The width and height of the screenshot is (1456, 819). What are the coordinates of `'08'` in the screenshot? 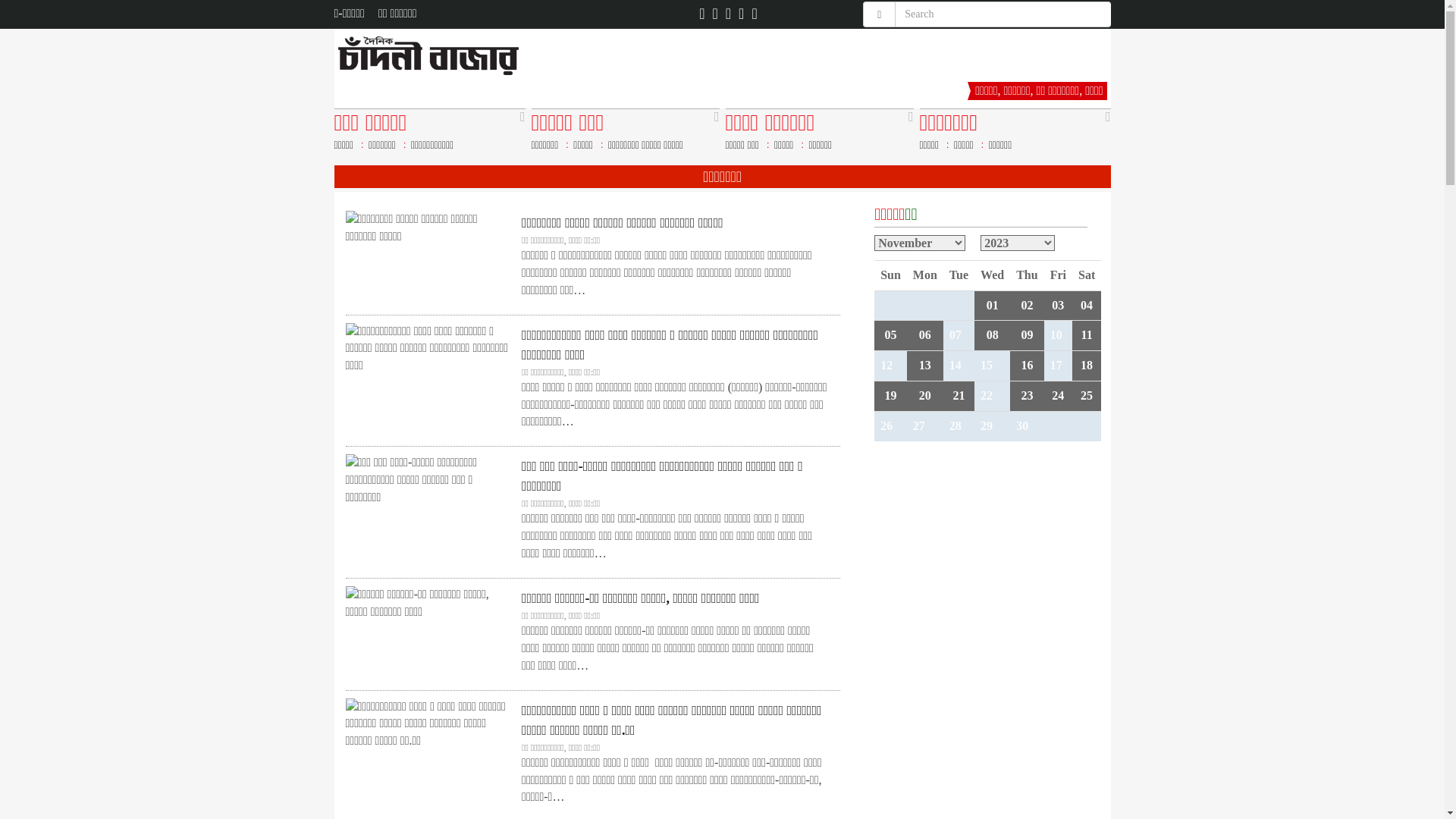 It's located at (993, 334).